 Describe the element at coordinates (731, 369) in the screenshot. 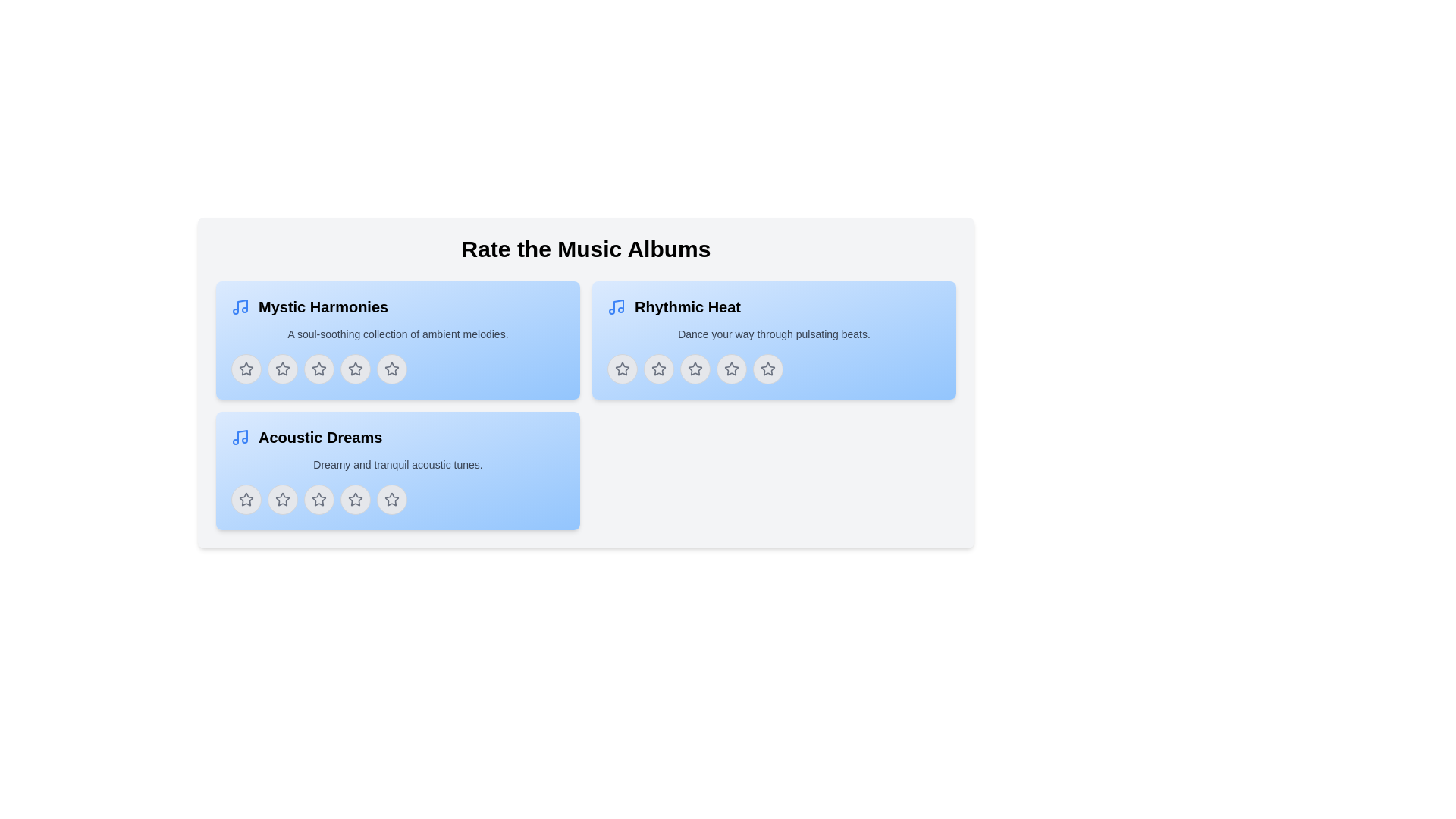

I see `the fourth star icon in the horizontal array of five stars at the bottom center of the 'Rhythmic Heat' album card to rate it` at that location.